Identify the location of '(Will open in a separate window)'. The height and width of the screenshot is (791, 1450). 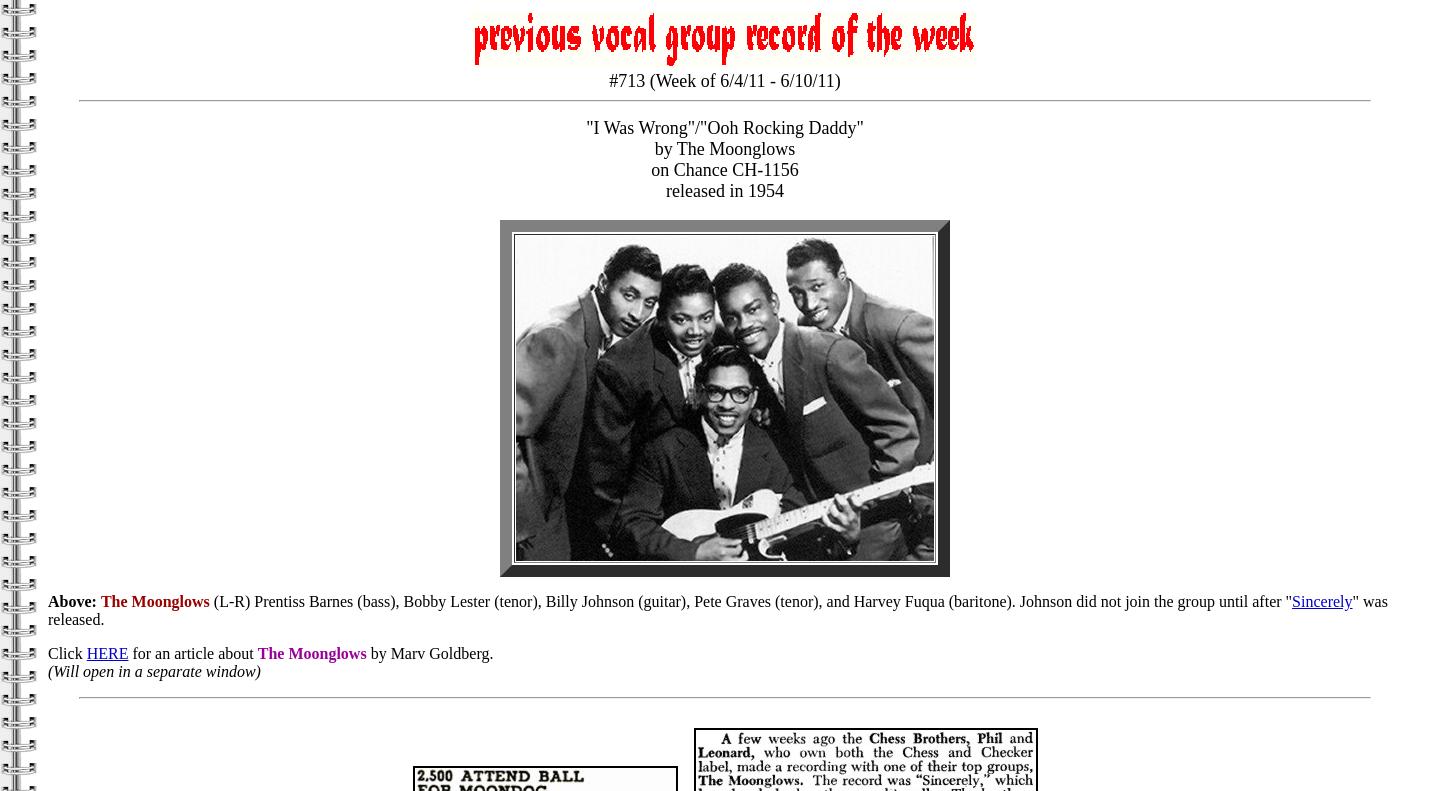
(47, 671).